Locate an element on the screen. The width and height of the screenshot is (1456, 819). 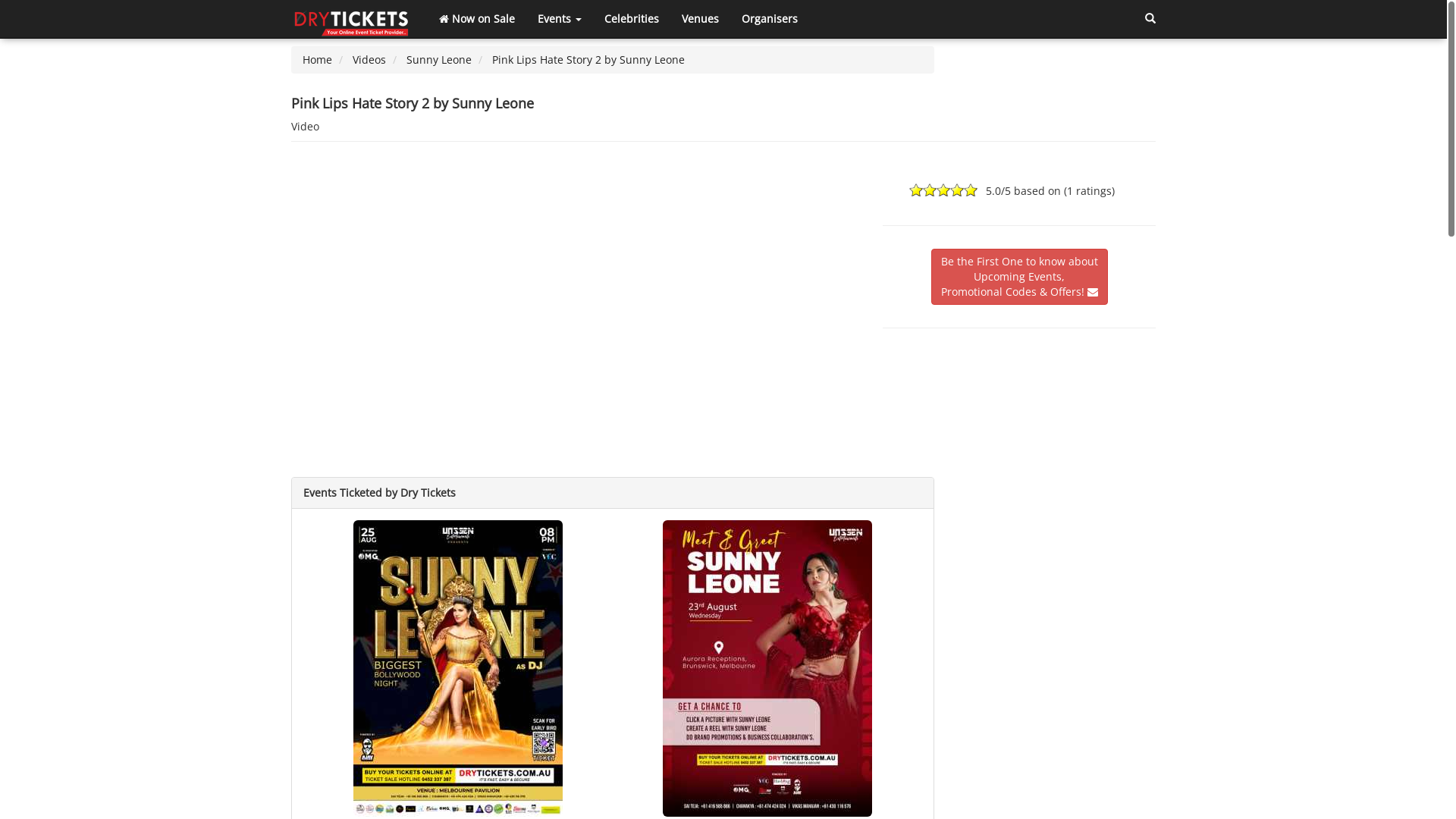
'Pink Lips Hate Story 2 by Sunny Leone' is located at coordinates (588, 58).